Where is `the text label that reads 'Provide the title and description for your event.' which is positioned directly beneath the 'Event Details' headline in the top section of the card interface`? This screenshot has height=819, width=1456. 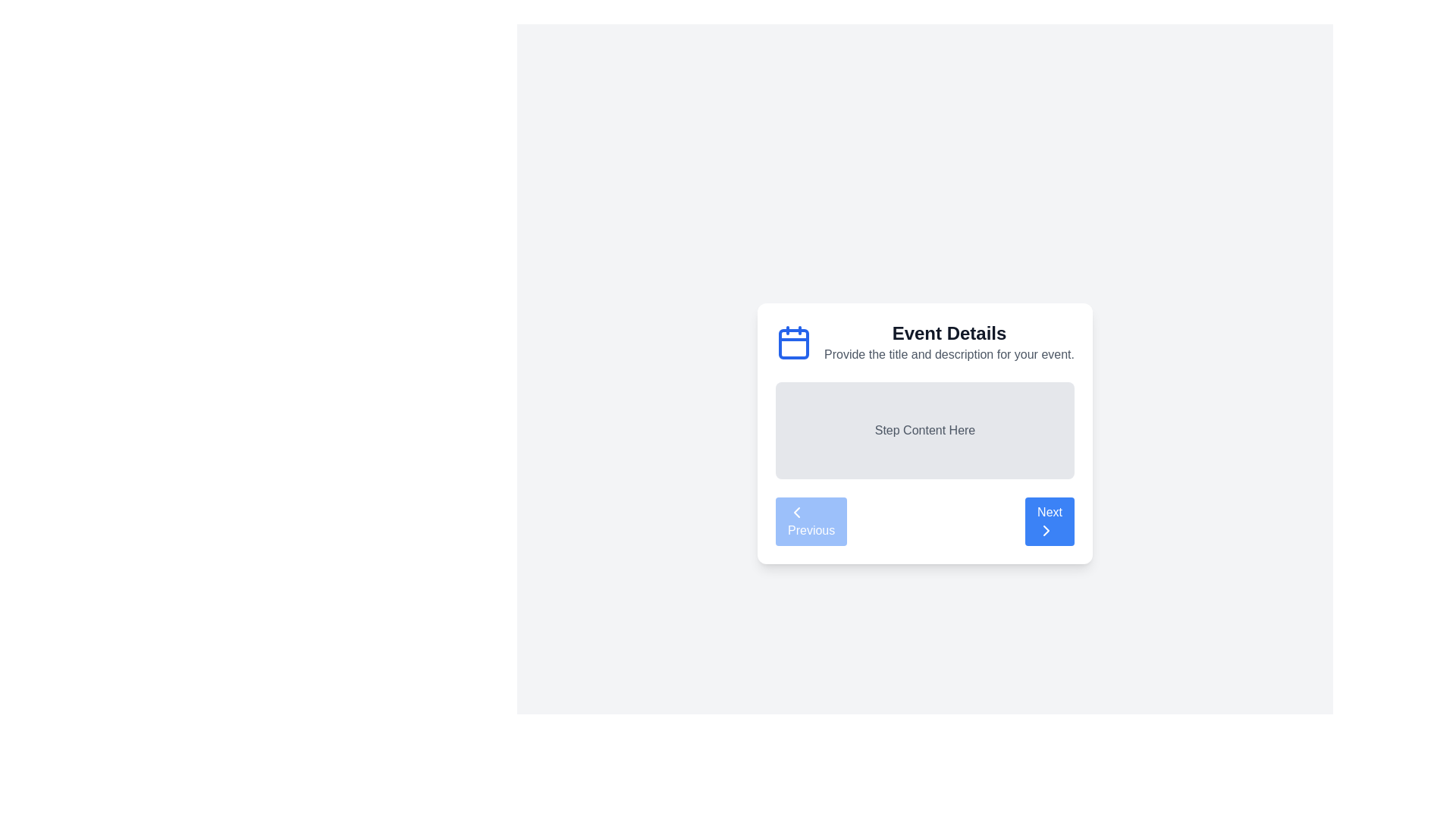 the text label that reads 'Provide the title and description for your event.' which is positioned directly beneath the 'Event Details' headline in the top section of the card interface is located at coordinates (949, 354).